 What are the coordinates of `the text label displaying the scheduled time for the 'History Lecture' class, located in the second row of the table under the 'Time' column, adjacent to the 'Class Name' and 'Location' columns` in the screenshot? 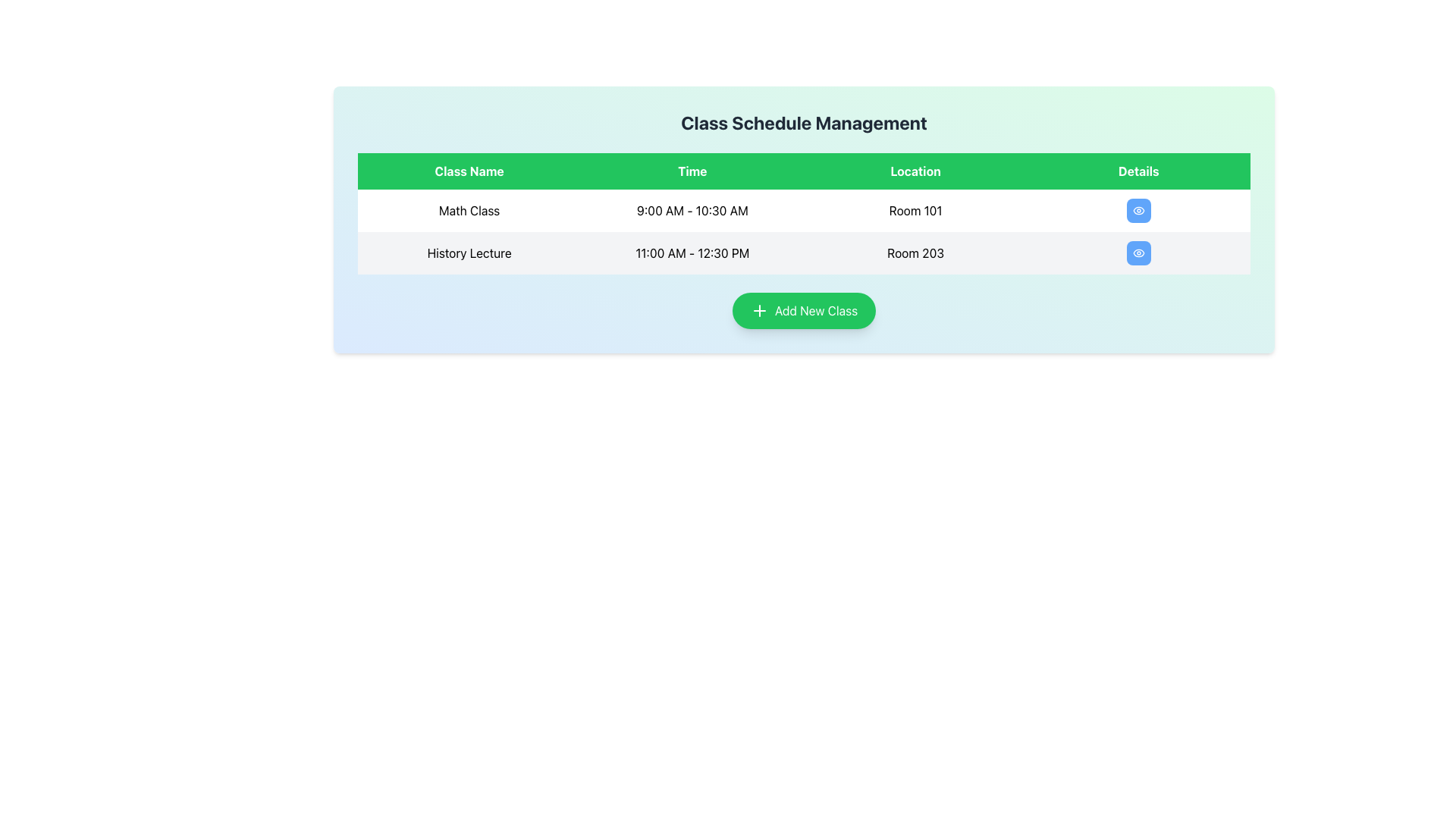 It's located at (692, 253).